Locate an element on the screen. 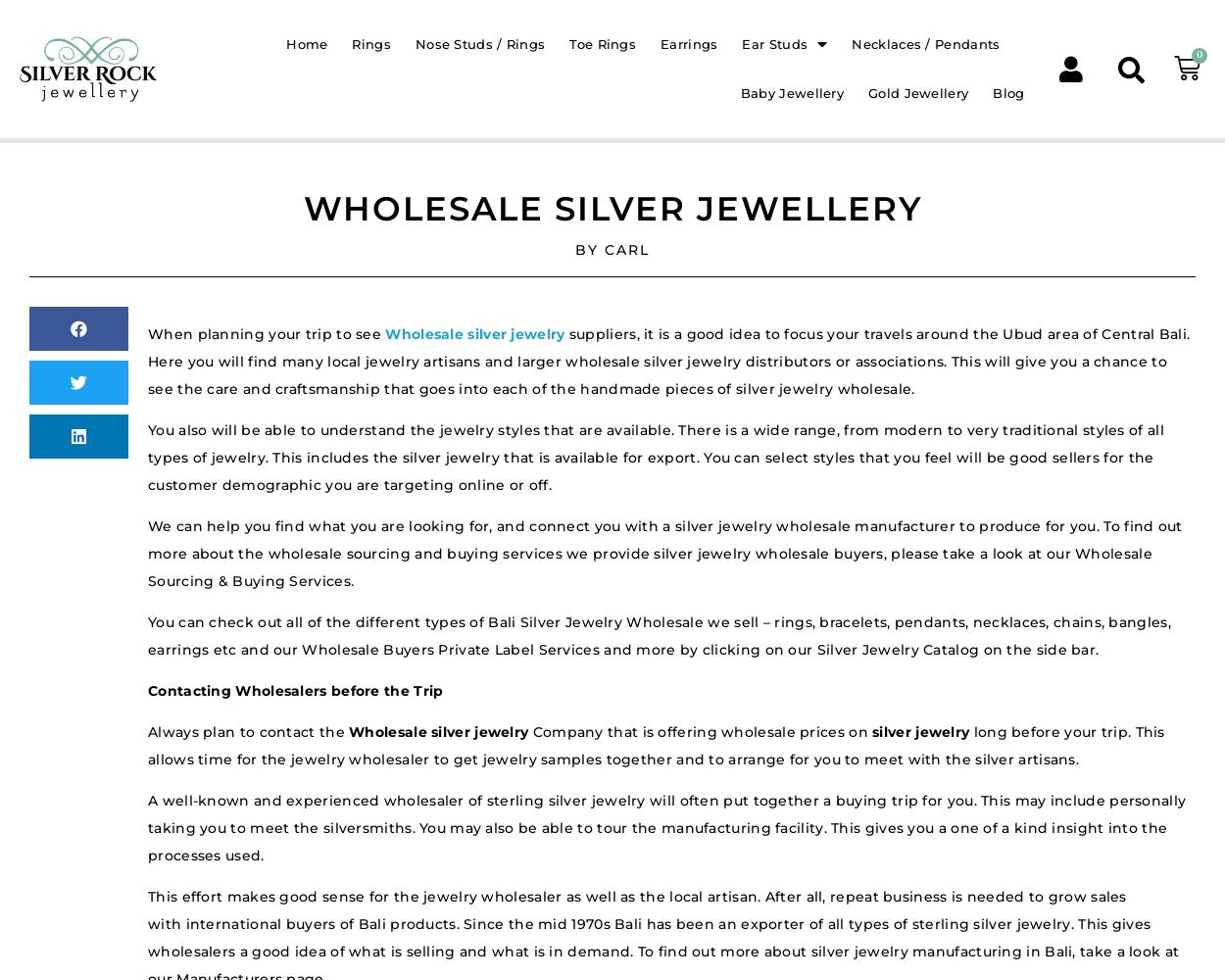  'You can check out all of the different types of Bali Silver Jewelry Wholesale we sell – rings, bracelets, pendants, necklaces, chains, bangles, earrings etc and our Wholesale Buyers Private Label Services and more by clicking on our Silver Jewelry Catalog on the side bar.' is located at coordinates (659, 636).